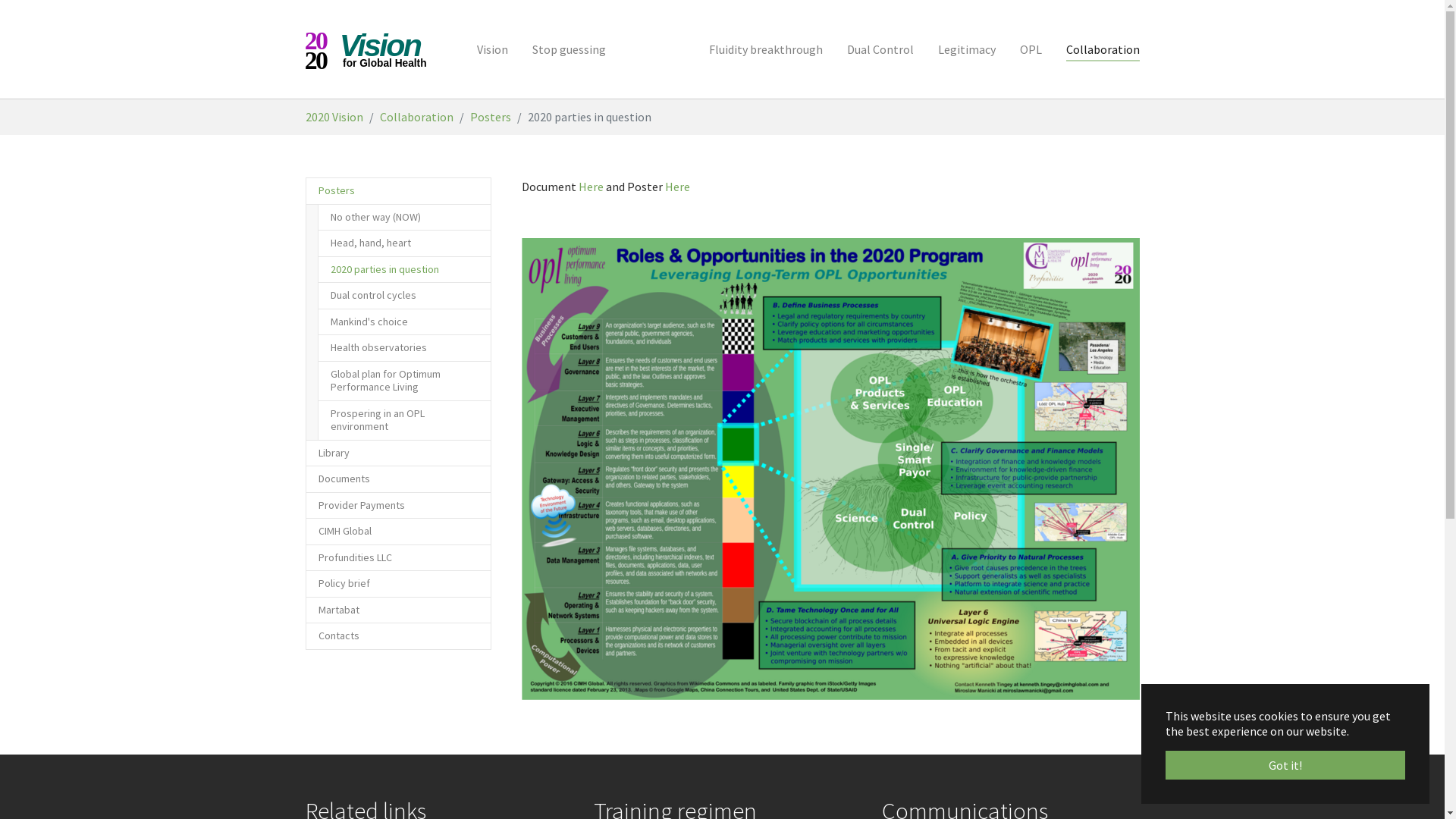 The width and height of the screenshot is (1456, 819). What do you see at coordinates (403, 380) in the screenshot?
I see `'Global plan for Optimum Performance Living'` at bounding box center [403, 380].